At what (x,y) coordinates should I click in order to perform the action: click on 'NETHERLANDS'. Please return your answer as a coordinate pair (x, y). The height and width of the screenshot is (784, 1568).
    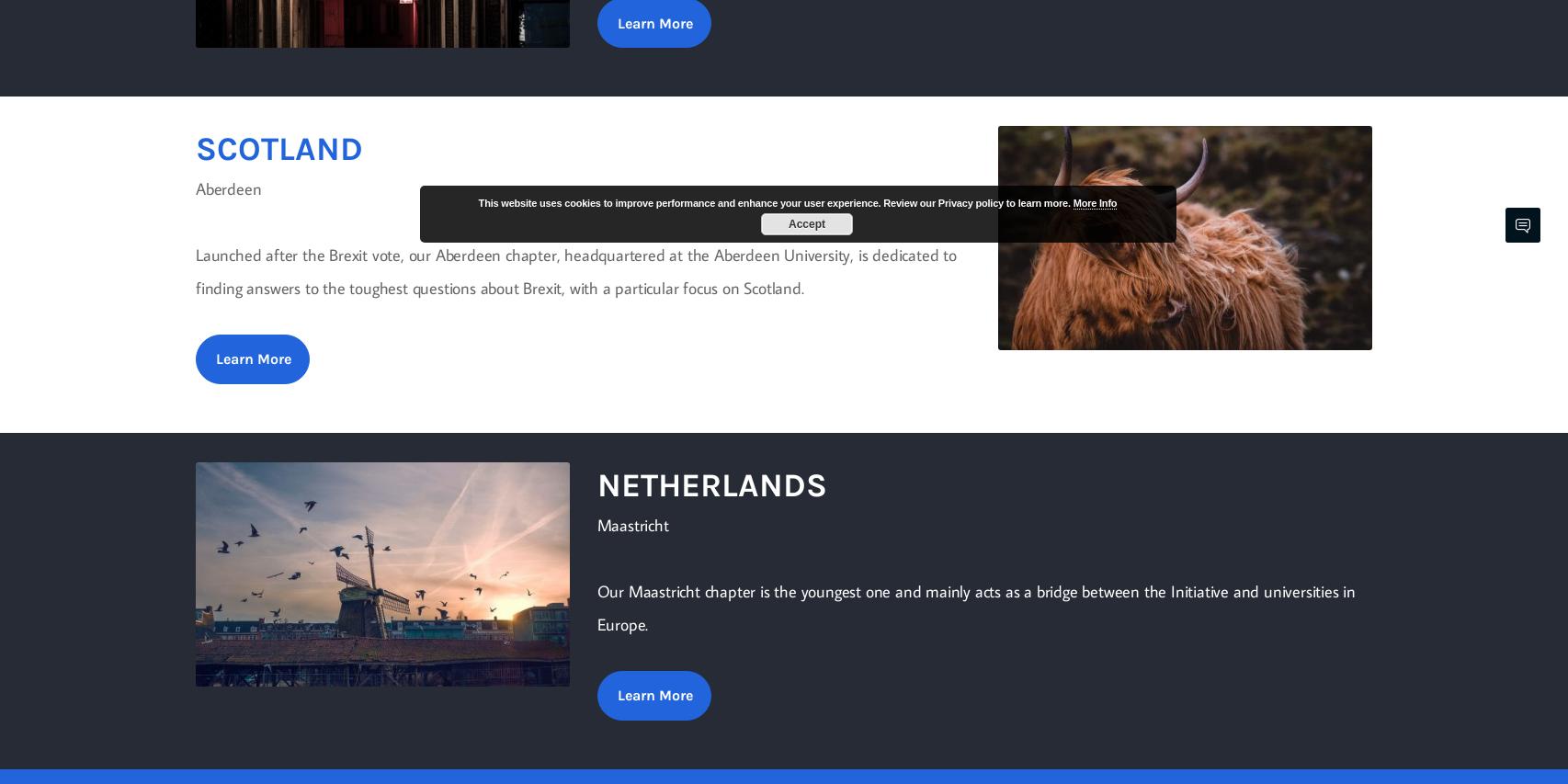
    Looking at the image, I should click on (710, 484).